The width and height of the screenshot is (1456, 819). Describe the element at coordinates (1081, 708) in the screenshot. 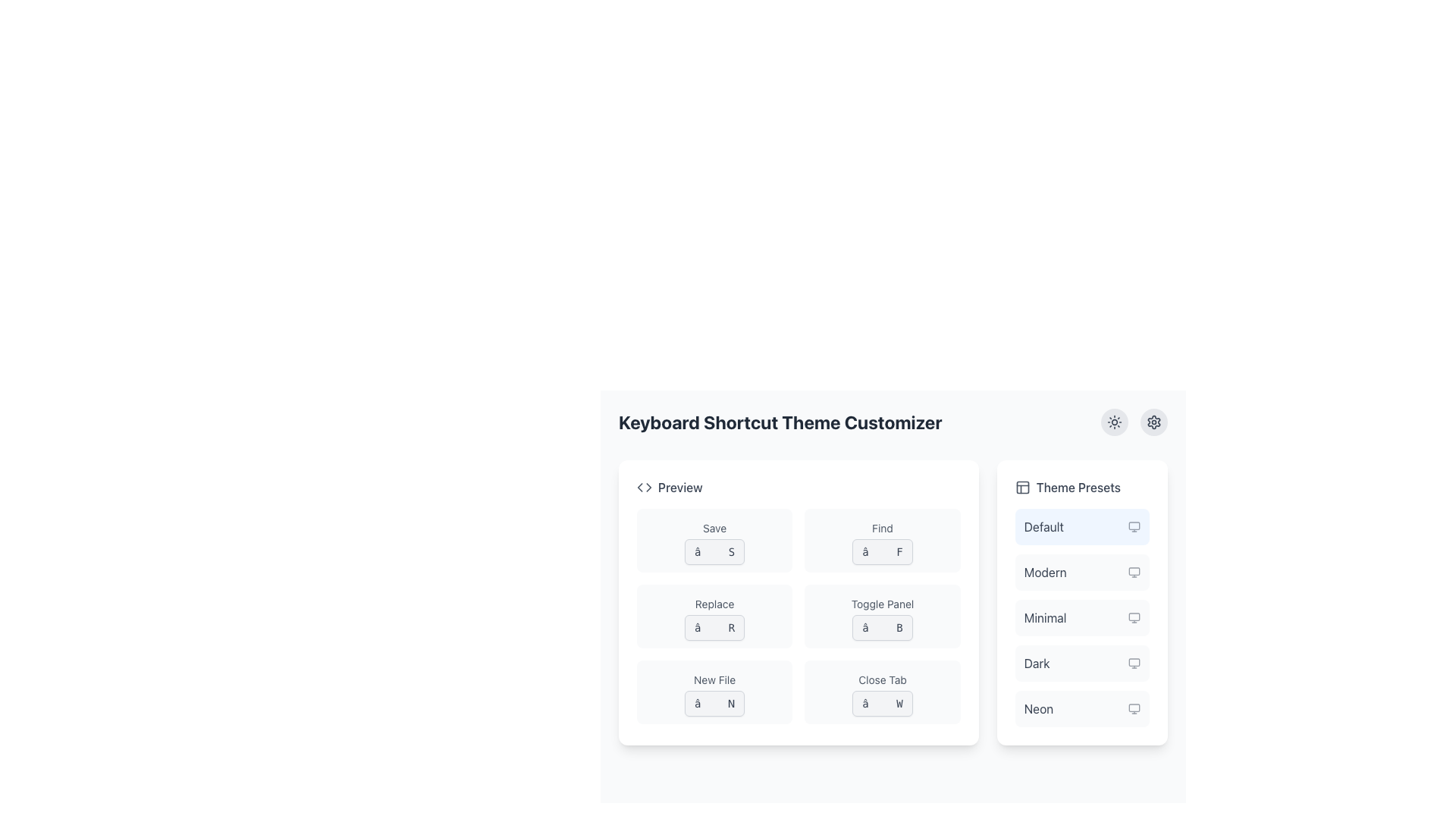

I see `the 'Neon' theme configuration selectable list item located in the 'Theme Presets' section at the rightmost column, which is the lowest option beneath the 'Dark' preset` at that location.